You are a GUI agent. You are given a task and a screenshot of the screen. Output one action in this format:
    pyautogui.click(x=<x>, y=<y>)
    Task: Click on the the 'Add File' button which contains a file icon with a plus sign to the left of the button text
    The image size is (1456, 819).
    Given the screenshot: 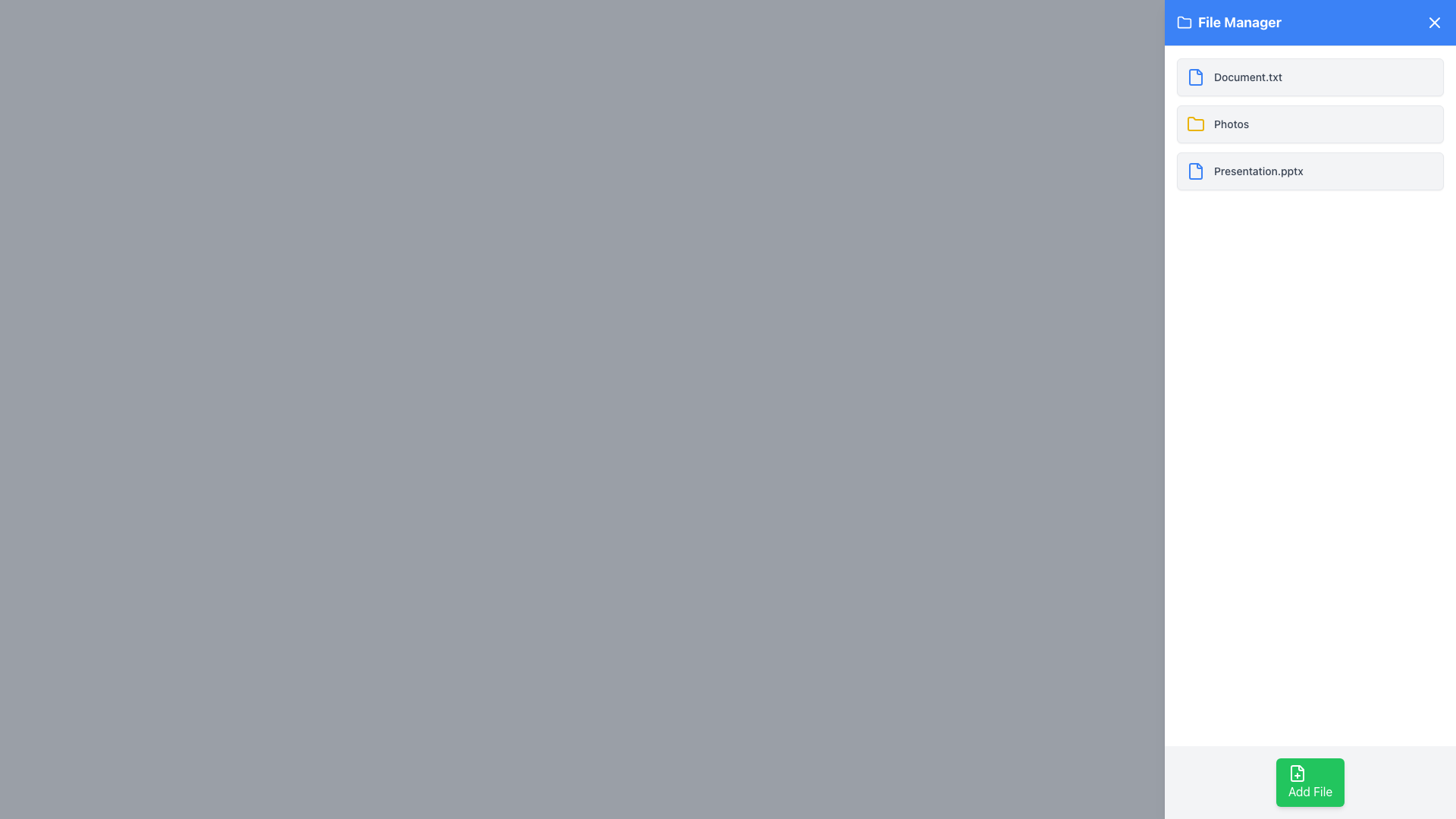 What is the action you would take?
    pyautogui.click(x=1296, y=773)
    